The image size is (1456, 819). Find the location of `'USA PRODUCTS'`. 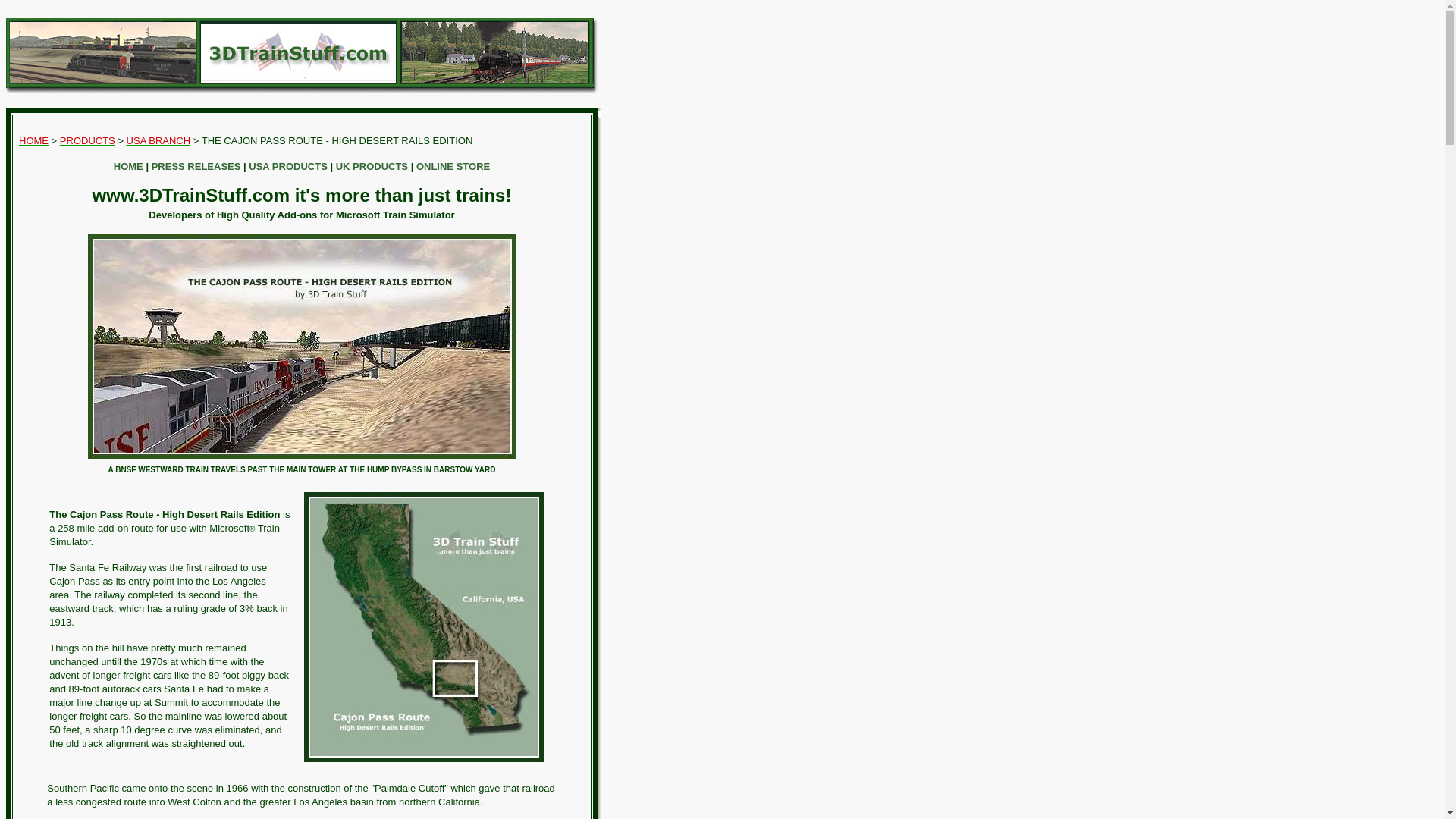

'USA PRODUCTS' is located at coordinates (287, 166).